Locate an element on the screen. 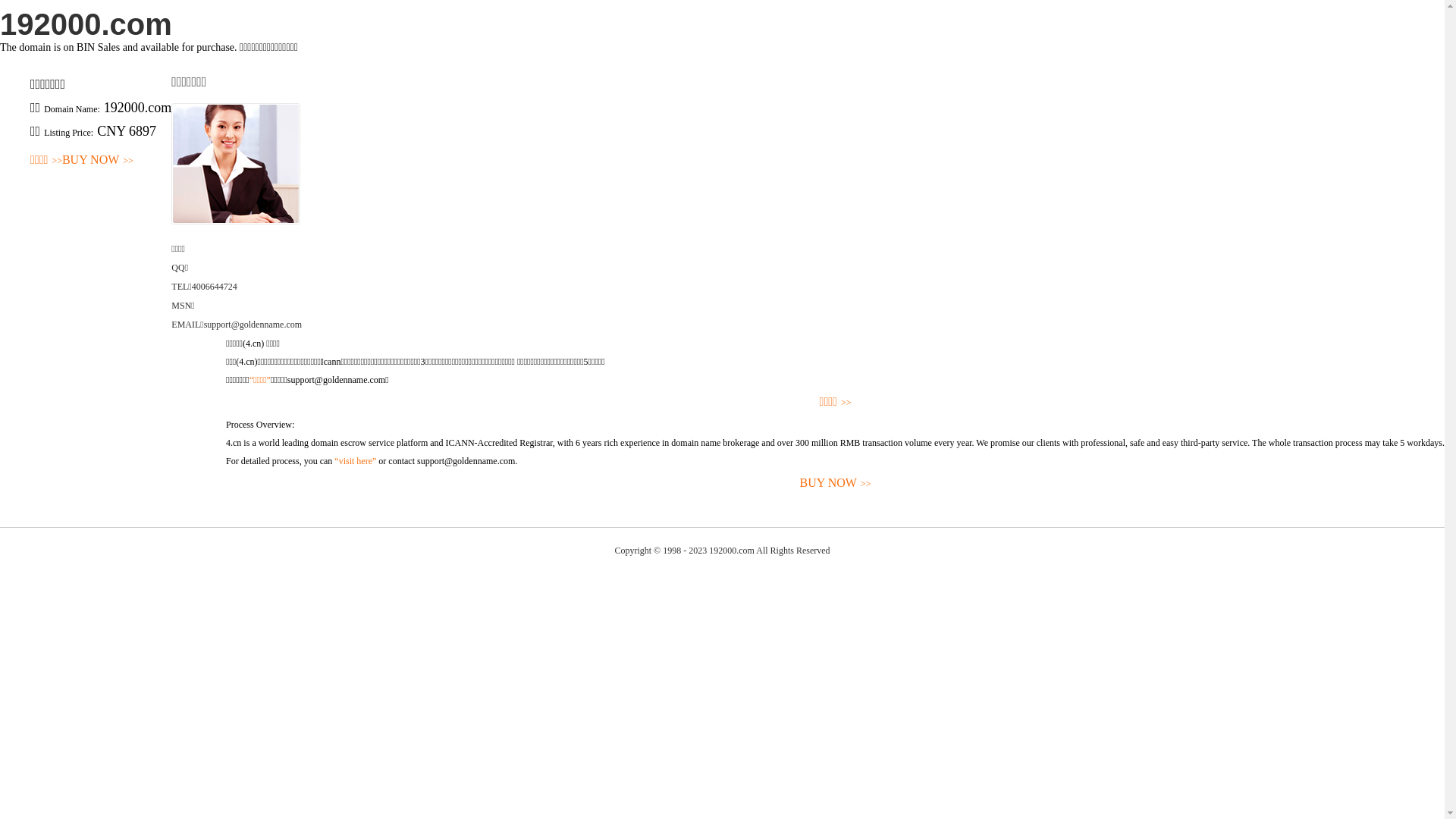 This screenshot has width=1456, height=819. 'BUY NOW>>' is located at coordinates (97, 160).